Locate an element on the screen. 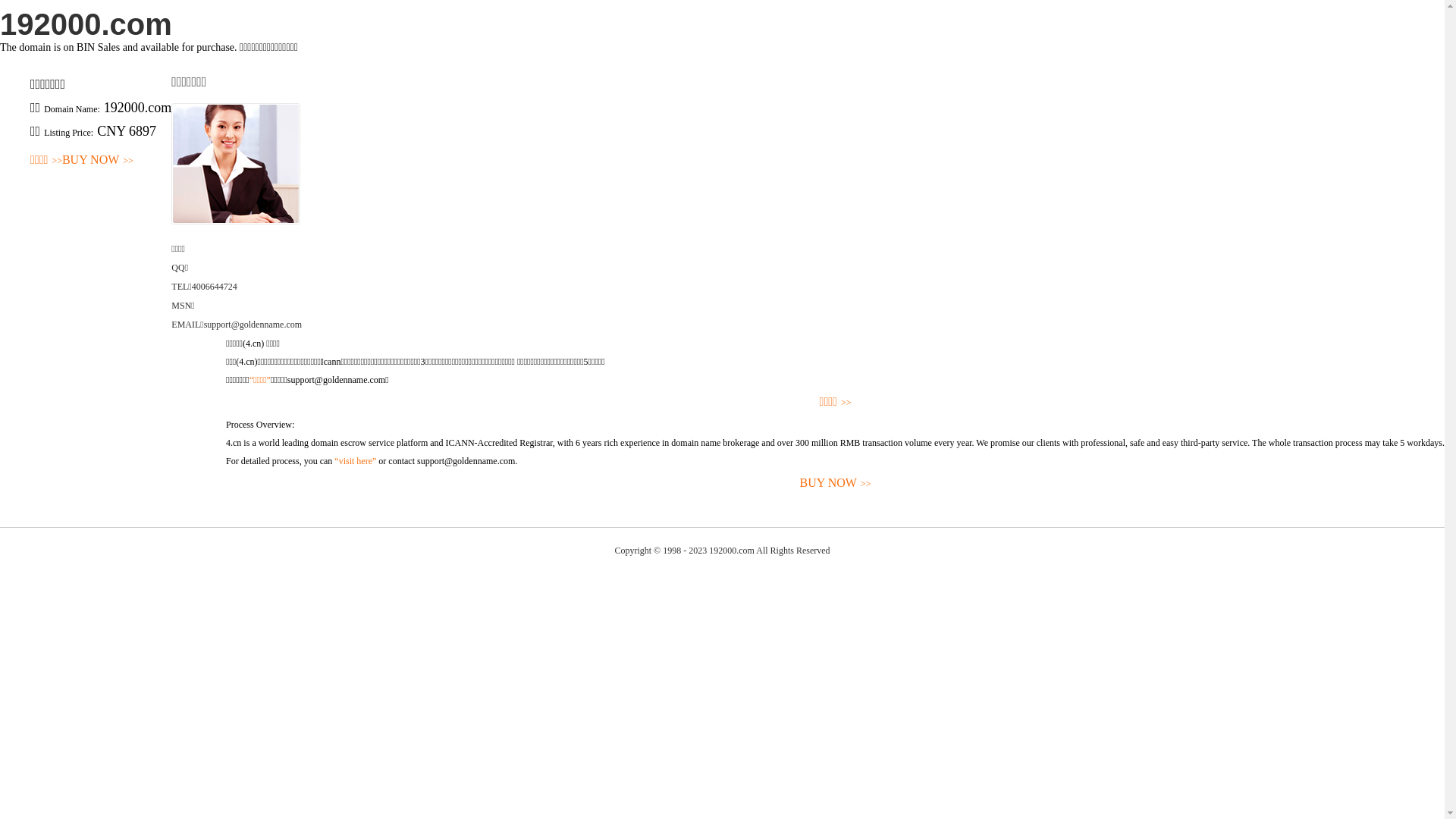 This screenshot has width=1456, height=819. 'BUY NOW>>' is located at coordinates (97, 160).